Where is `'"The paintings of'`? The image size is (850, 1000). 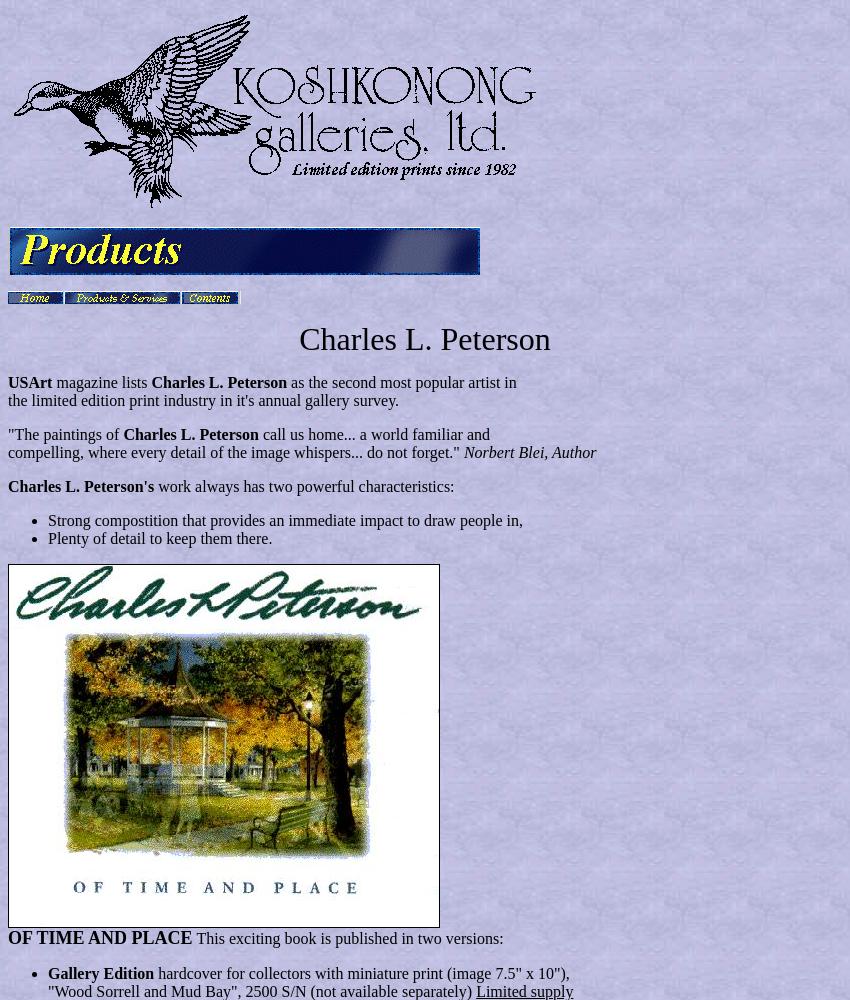 '"The paintings of' is located at coordinates (65, 434).